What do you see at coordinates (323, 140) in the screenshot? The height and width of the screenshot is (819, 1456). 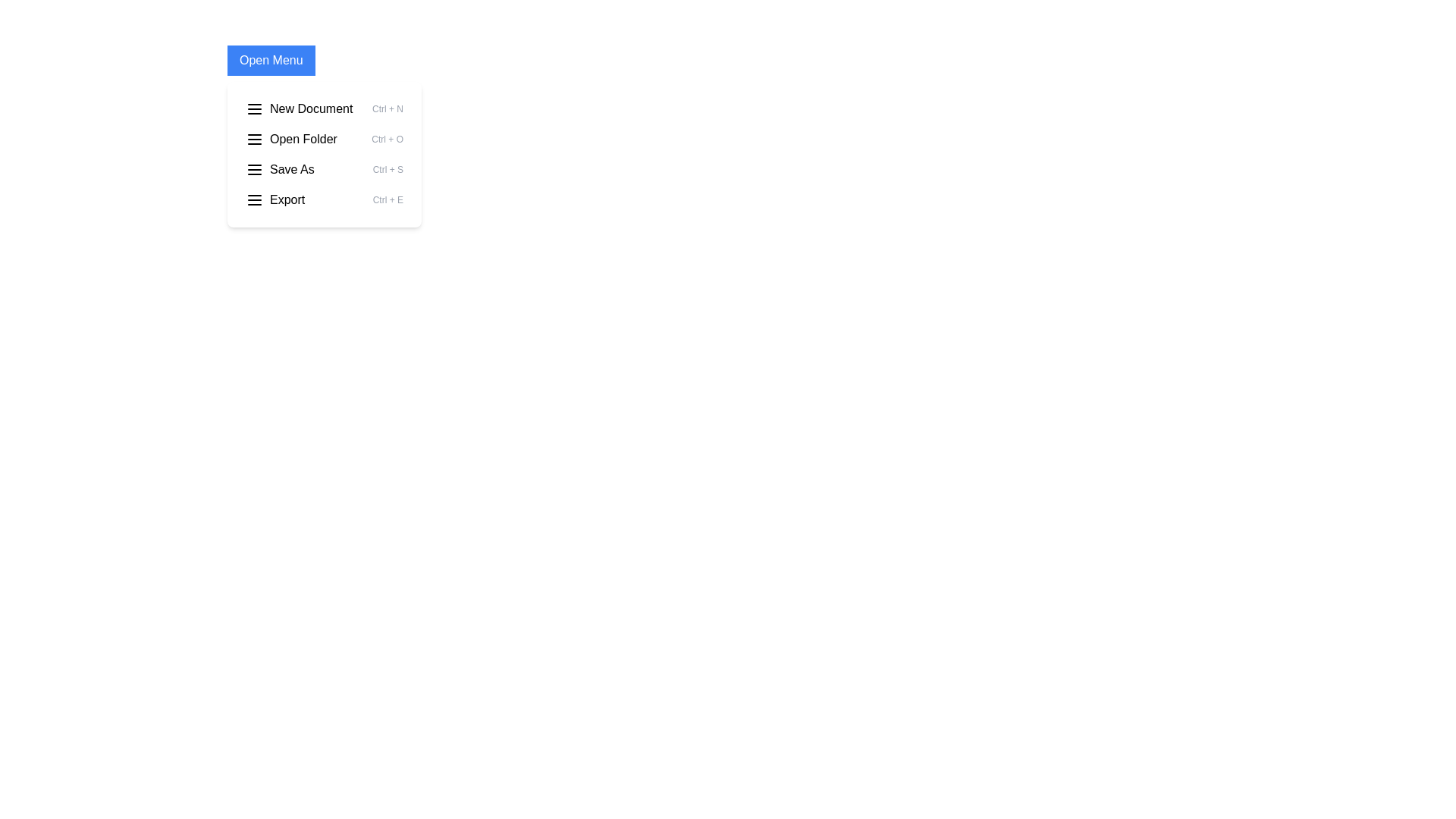 I see `the second menu option for opening a folder, located below 'New Document' and above 'Save As', to trigger the hover effect` at bounding box center [323, 140].